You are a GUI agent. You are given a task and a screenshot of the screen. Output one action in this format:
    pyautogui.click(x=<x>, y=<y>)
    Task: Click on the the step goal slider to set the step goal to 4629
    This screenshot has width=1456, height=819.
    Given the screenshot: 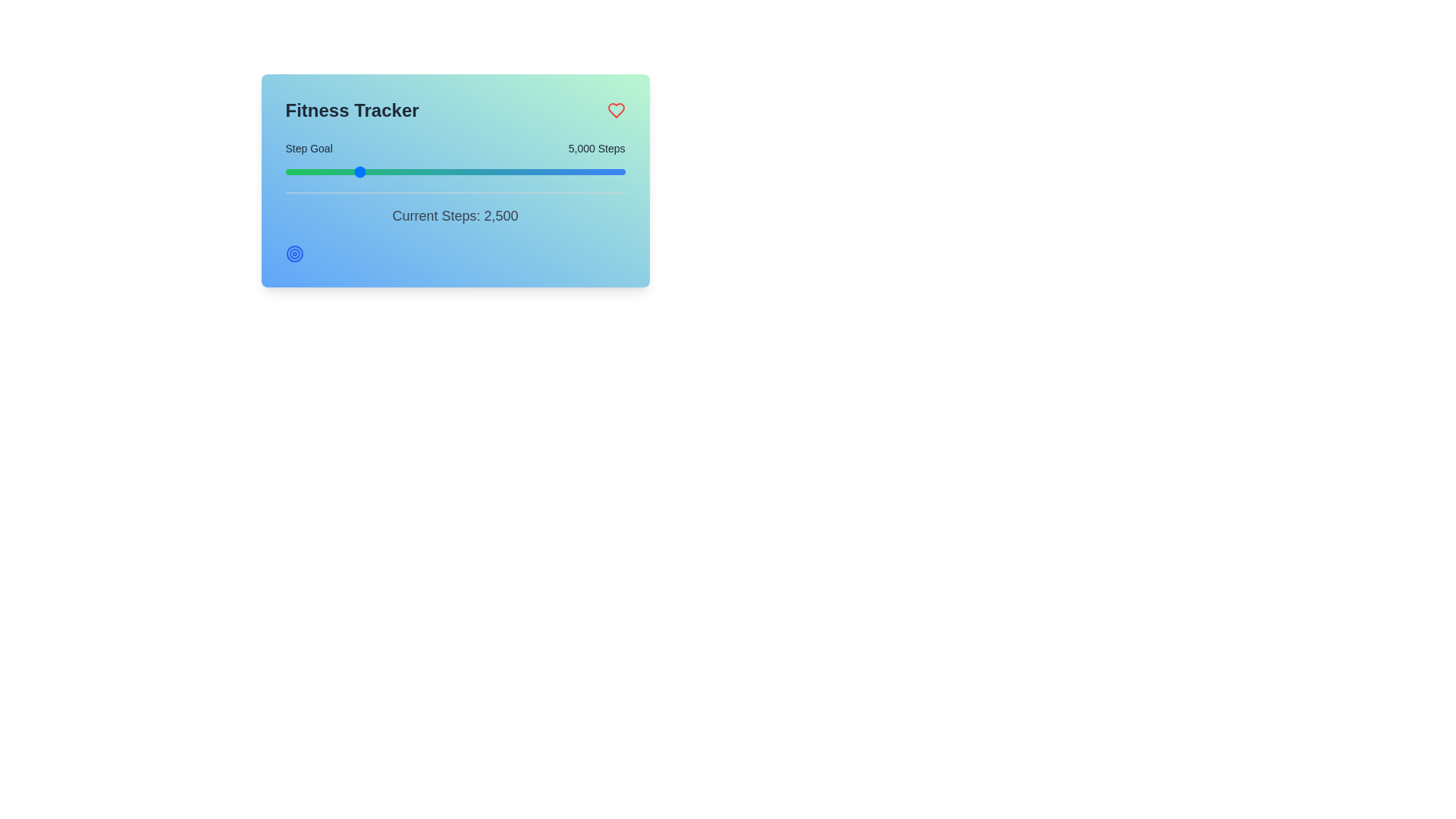 What is the action you would take?
    pyautogui.click(x=350, y=171)
    